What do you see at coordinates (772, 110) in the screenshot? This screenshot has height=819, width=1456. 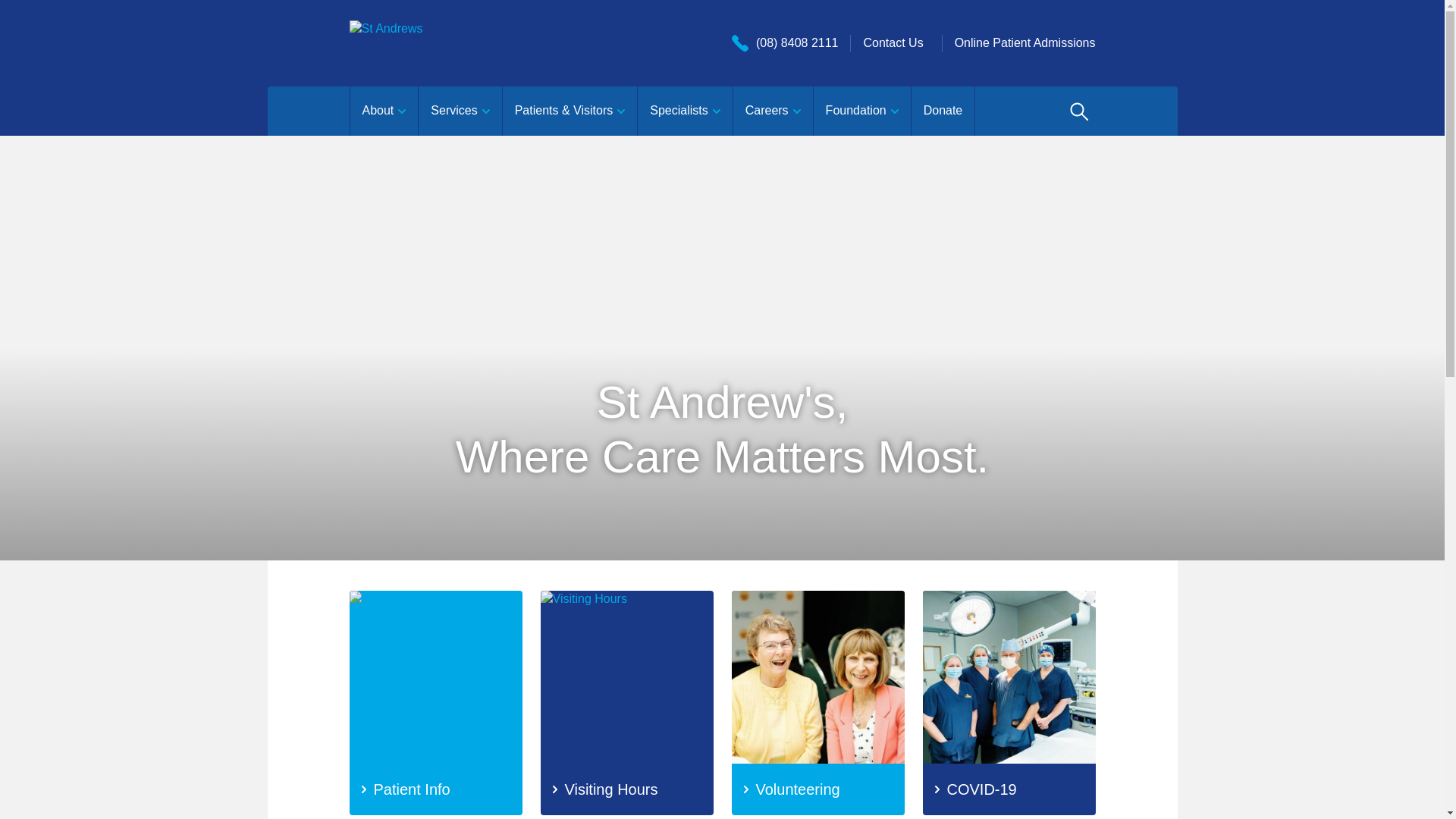 I see `'Careers'` at bounding box center [772, 110].